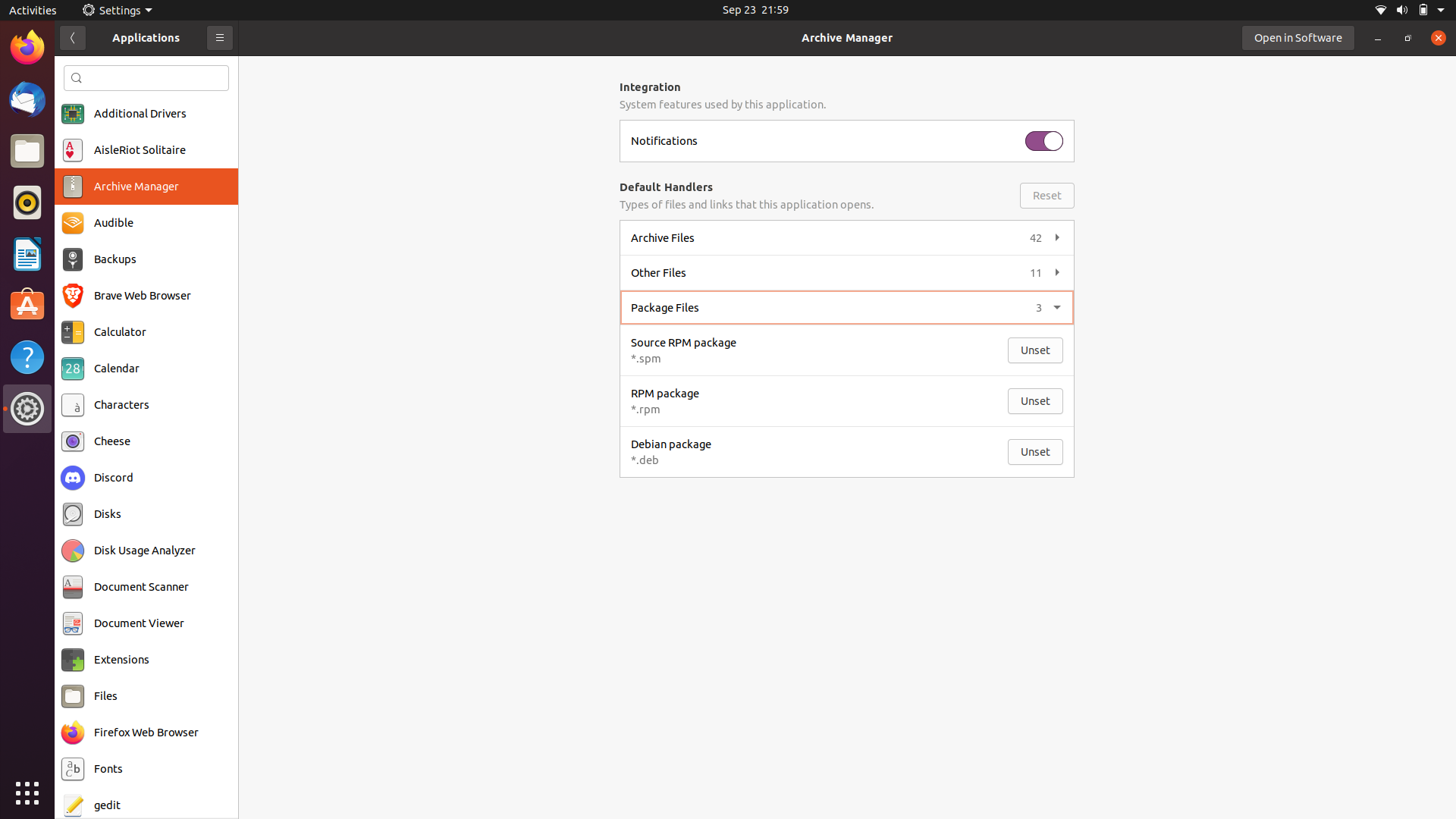  I want to click on Activate package files, so click(843, 306).